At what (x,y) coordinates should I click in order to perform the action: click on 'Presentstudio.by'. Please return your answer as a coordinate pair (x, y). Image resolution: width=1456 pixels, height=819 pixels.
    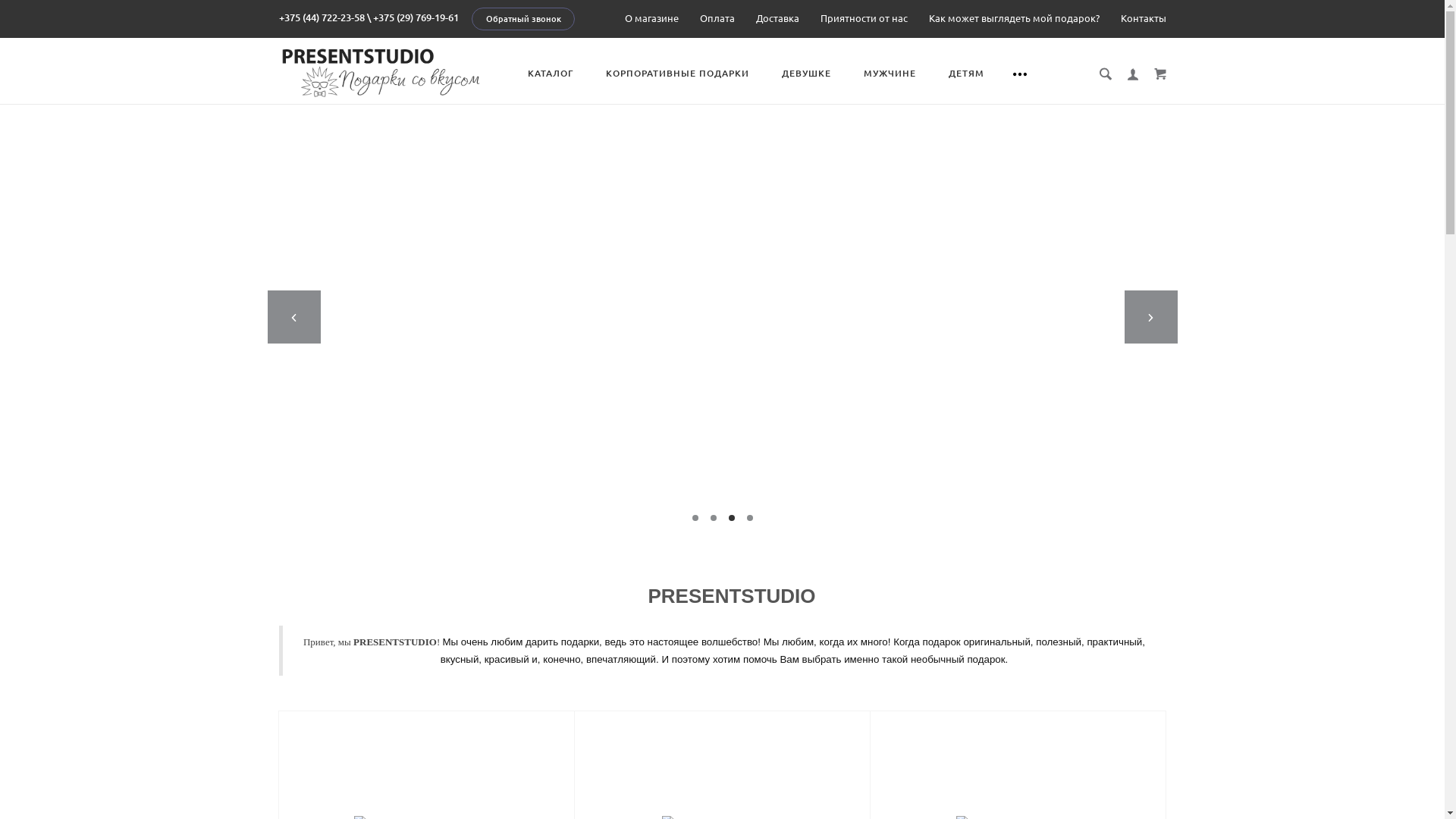
    Looking at the image, I should click on (279, 71).